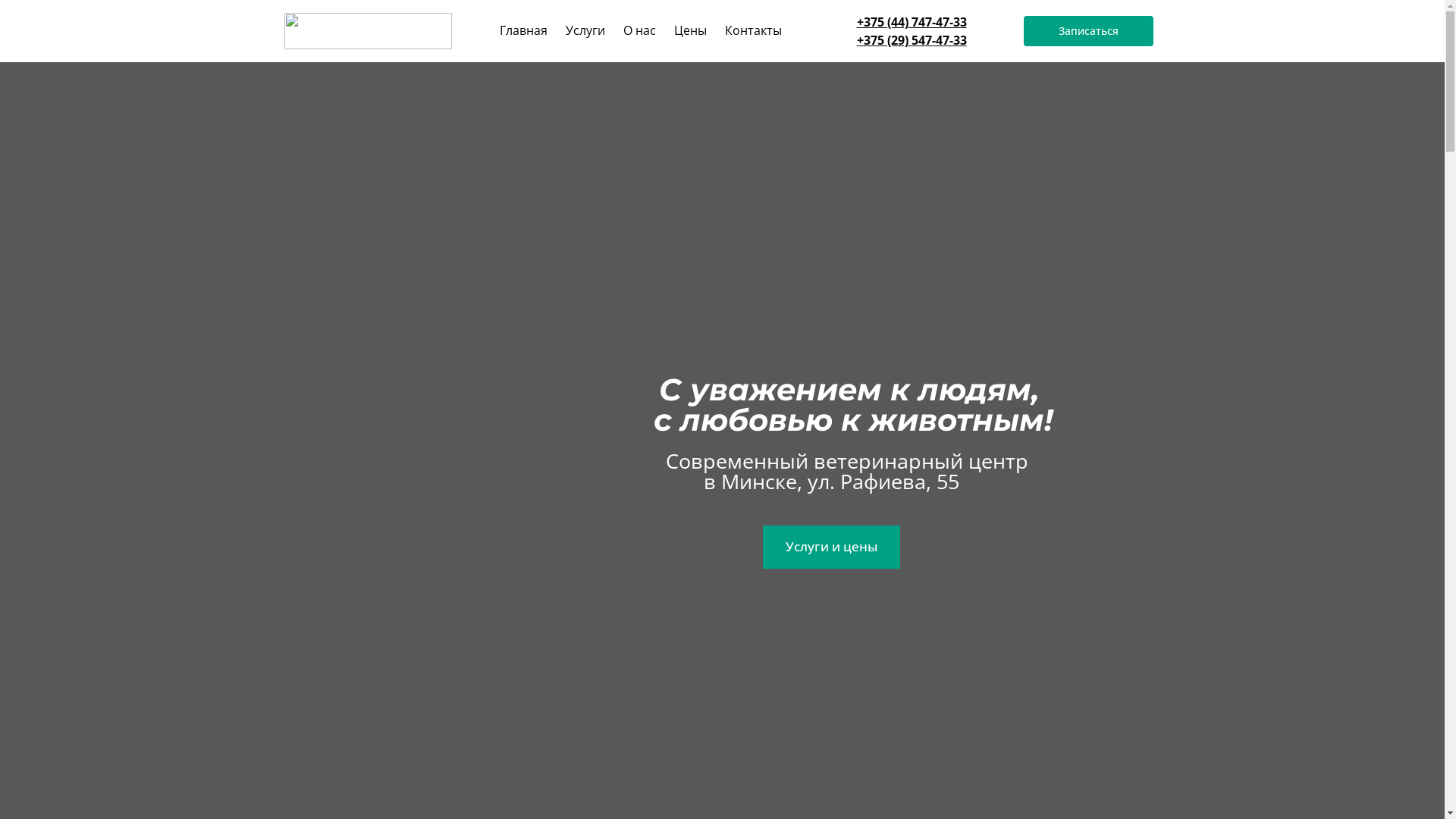  What do you see at coordinates (856, 22) in the screenshot?
I see `'+375 (44) 747-47-33'` at bounding box center [856, 22].